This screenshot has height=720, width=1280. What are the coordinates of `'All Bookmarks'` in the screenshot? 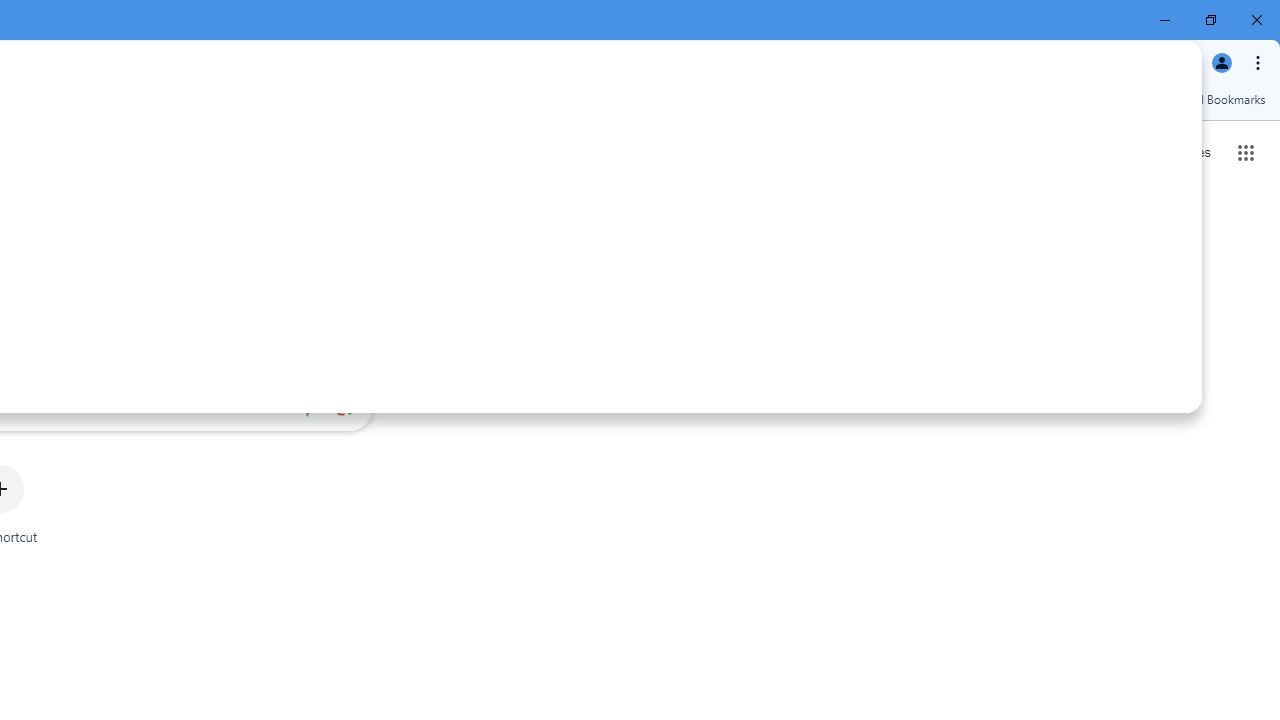 It's located at (1214, 99).